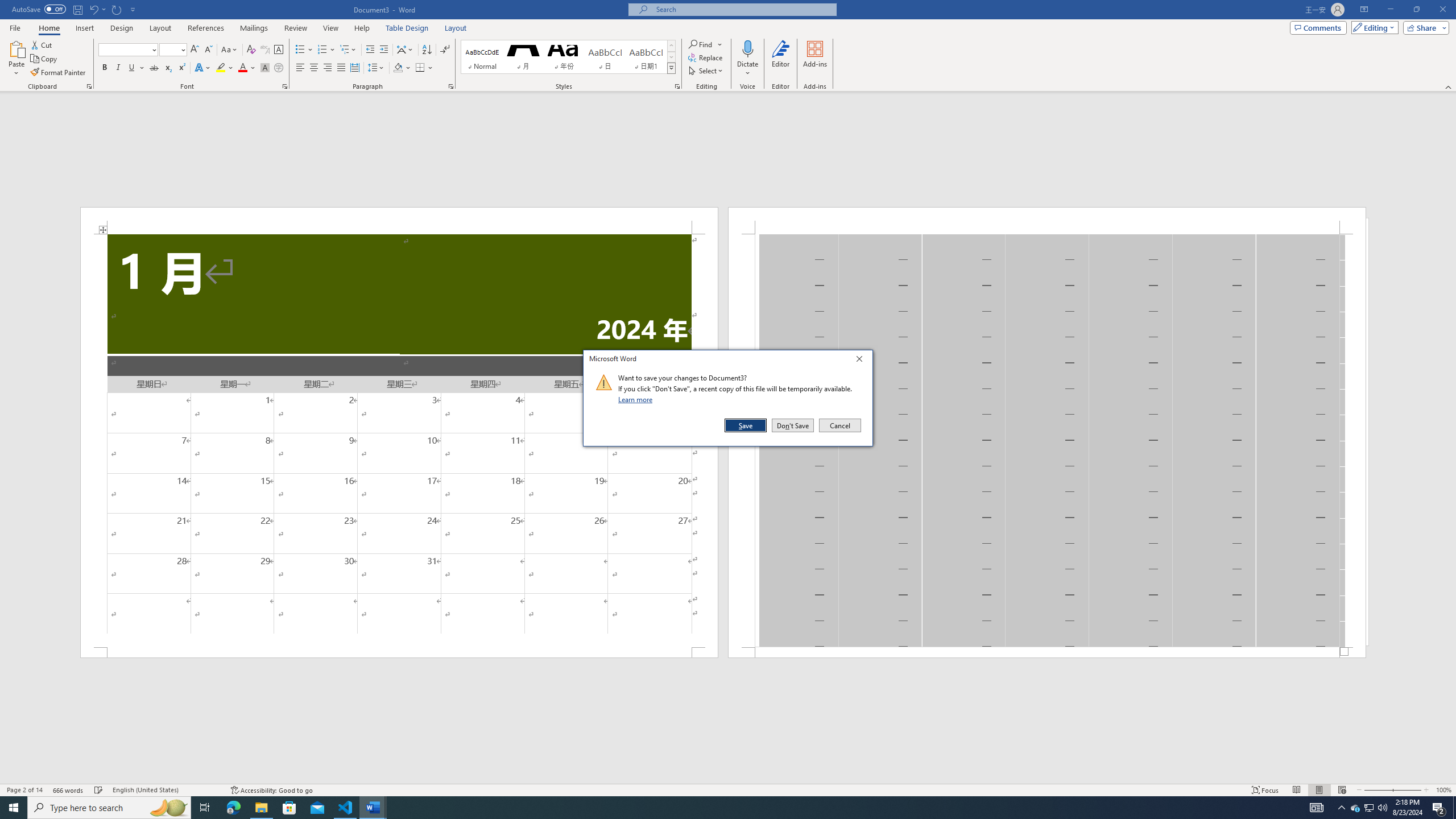  What do you see at coordinates (14, 806) in the screenshot?
I see `'Start'` at bounding box center [14, 806].